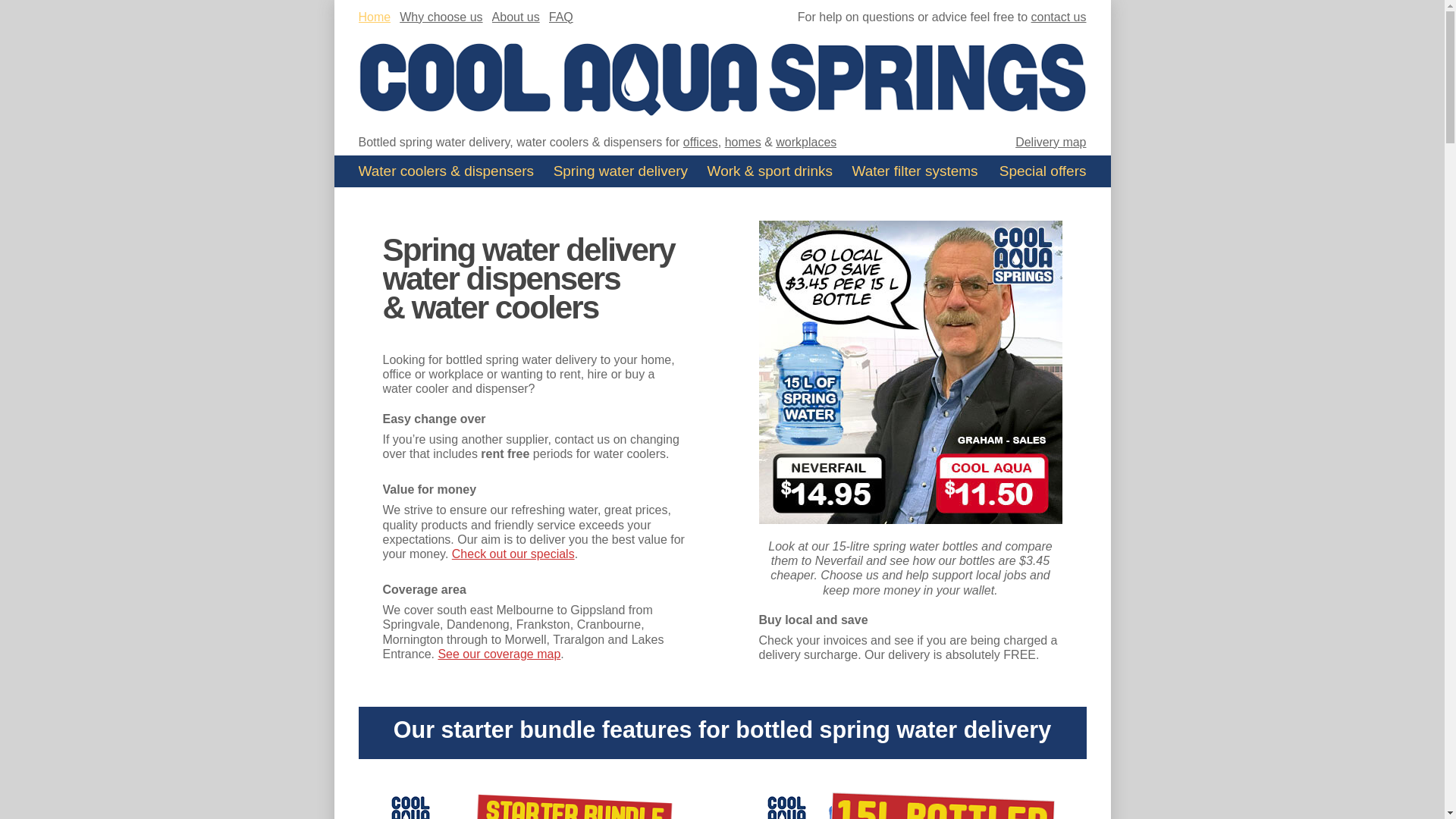  I want to click on 'Water filter systems', so click(913, 171).